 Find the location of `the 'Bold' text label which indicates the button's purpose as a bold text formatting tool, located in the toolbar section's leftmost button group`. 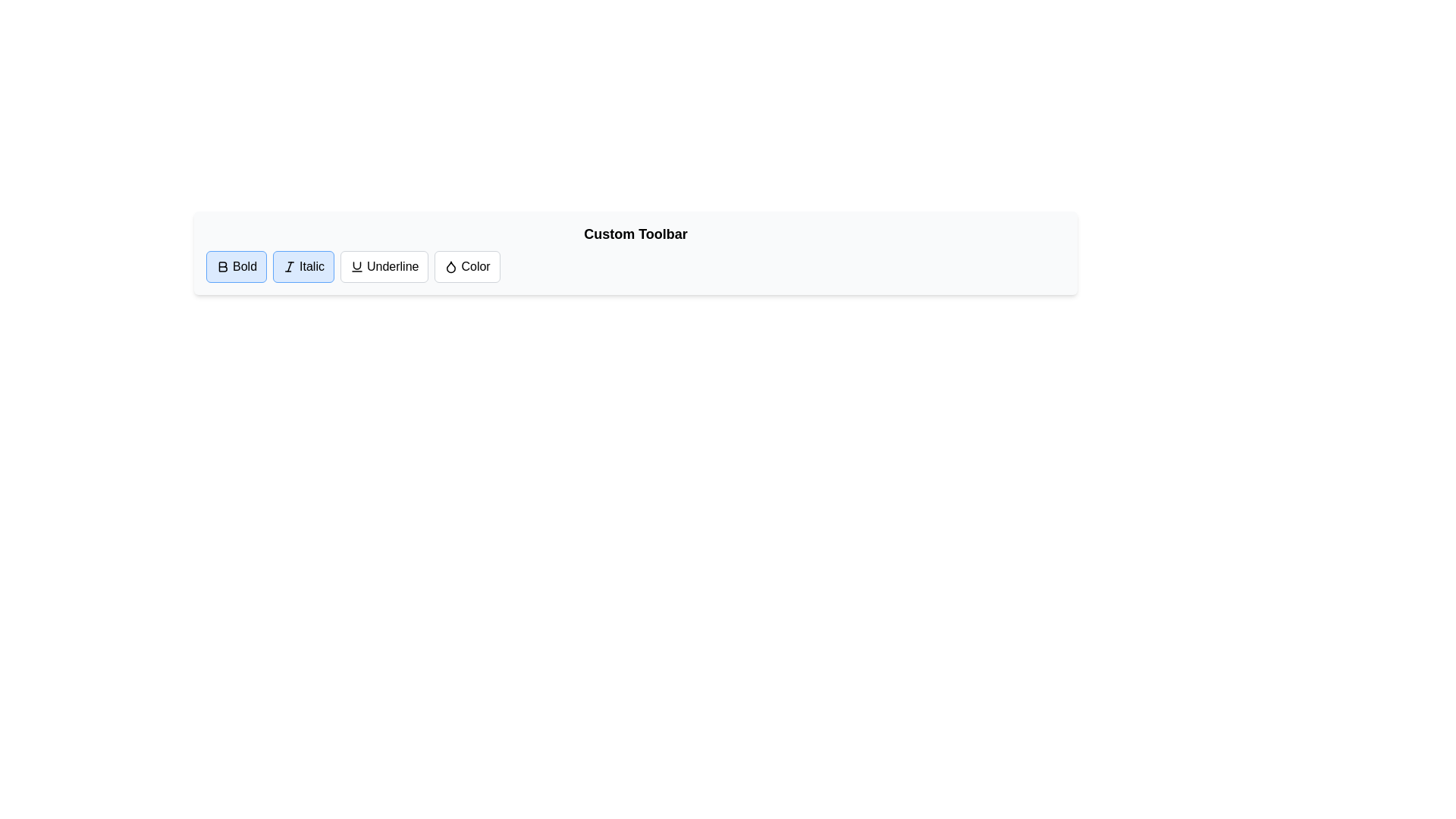

the 'Bold' text label which indicates the button's purpose as a bold text formatting tool, located in the toolbar section's leftmost button group is located at coordinates (244, 265).